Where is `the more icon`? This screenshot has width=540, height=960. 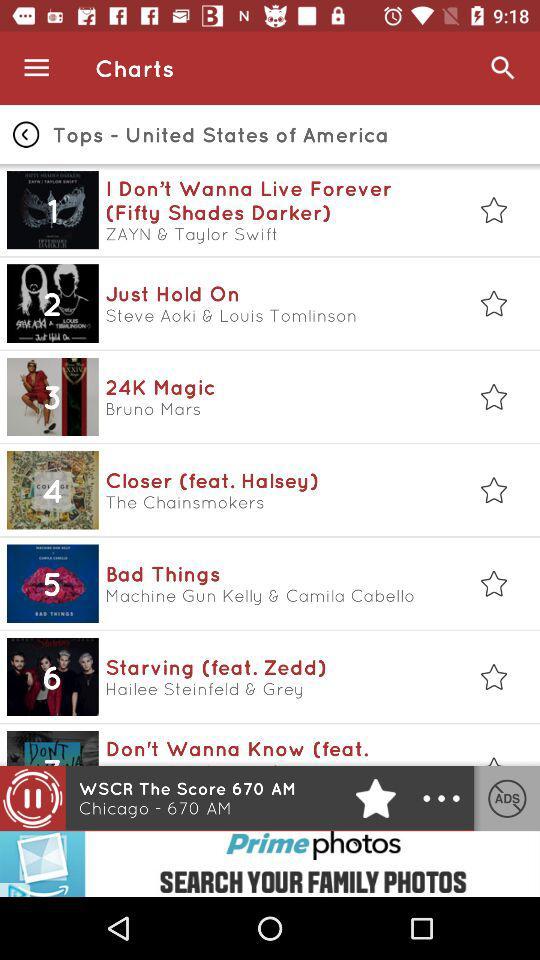 the more icon is located at coordinates (441, 798).